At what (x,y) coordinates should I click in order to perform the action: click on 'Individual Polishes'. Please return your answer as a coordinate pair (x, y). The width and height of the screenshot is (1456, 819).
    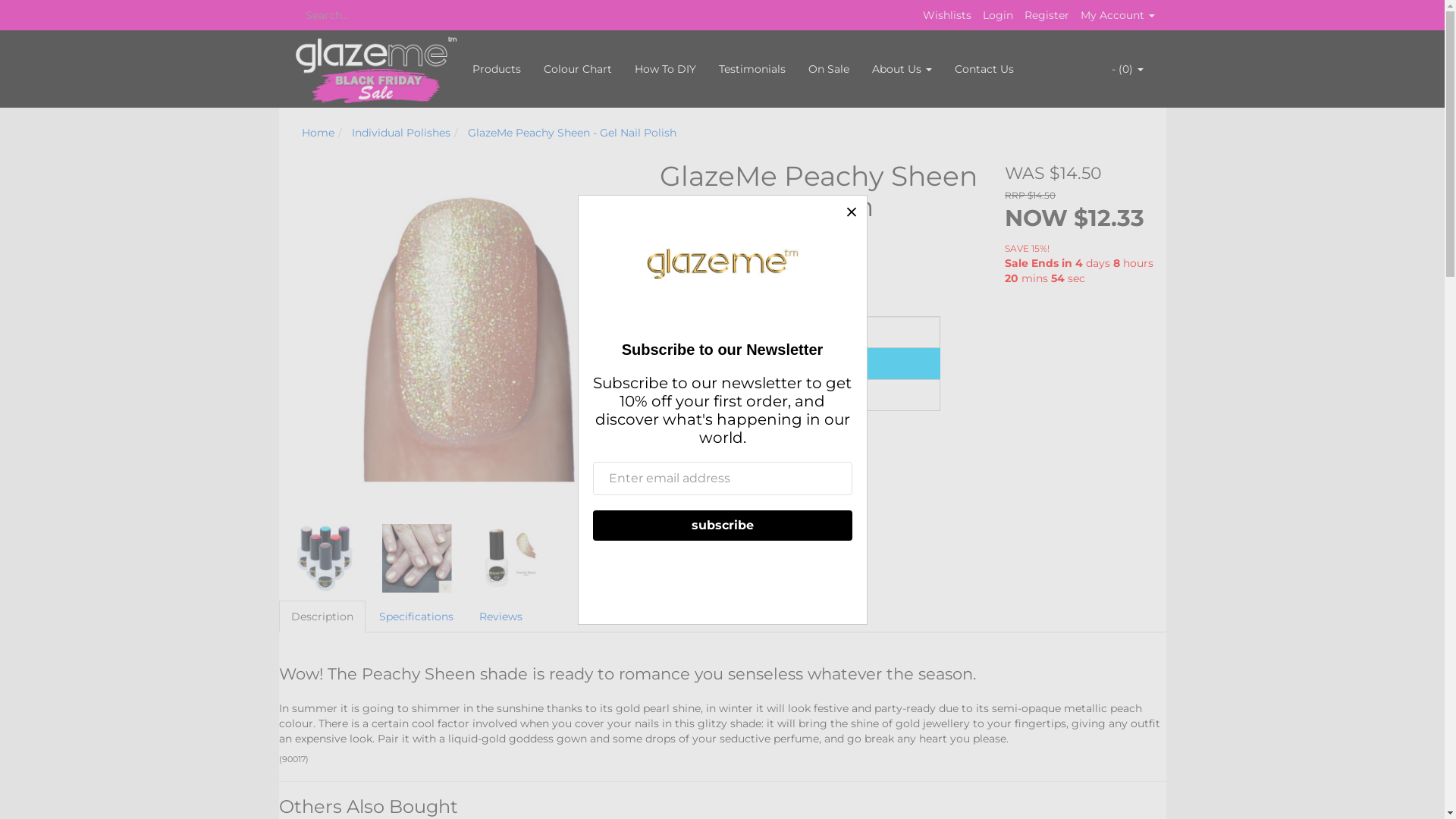
    Looking at the image, I should click on (400, 131).